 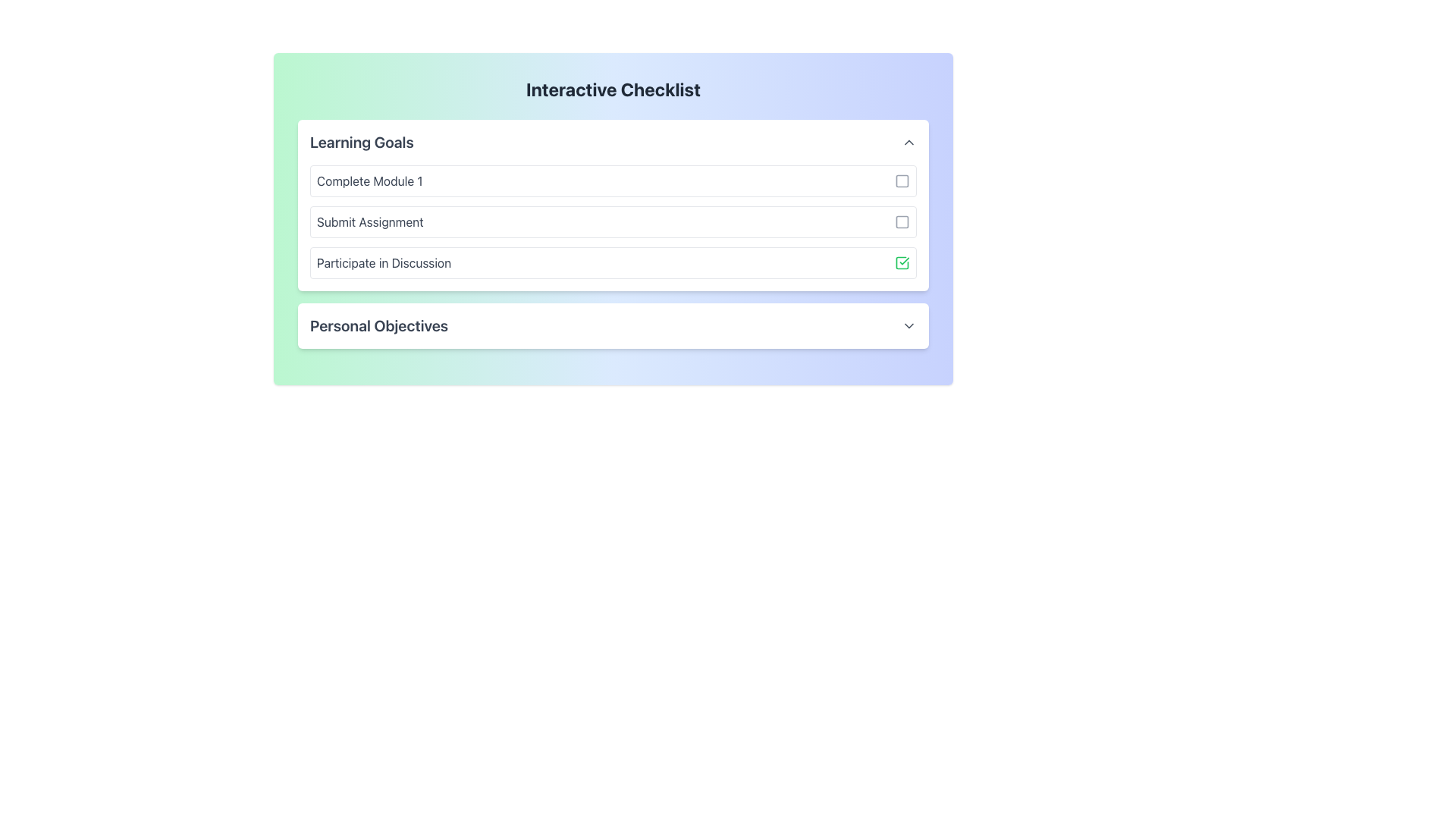 I want to click on the checklist panel with a gradient background to mark tasks as complete, so click(x=613, y=219).